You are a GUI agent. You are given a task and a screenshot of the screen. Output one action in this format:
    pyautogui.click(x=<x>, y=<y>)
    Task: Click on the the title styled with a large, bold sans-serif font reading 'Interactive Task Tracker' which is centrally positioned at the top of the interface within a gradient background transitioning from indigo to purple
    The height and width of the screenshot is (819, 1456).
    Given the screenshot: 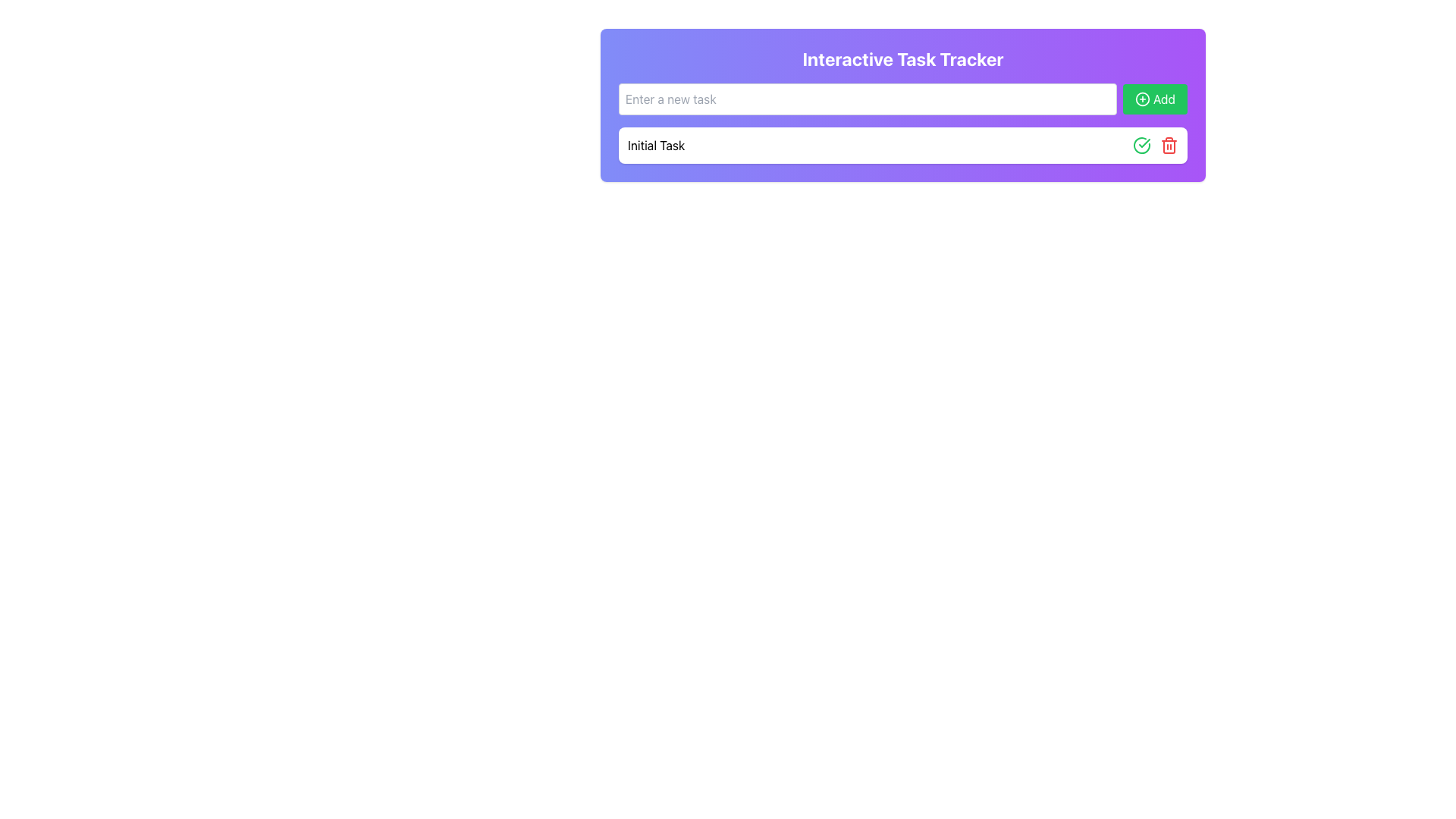 What is the action you would take?
    pyautogui.click(x=902, y=58)
    